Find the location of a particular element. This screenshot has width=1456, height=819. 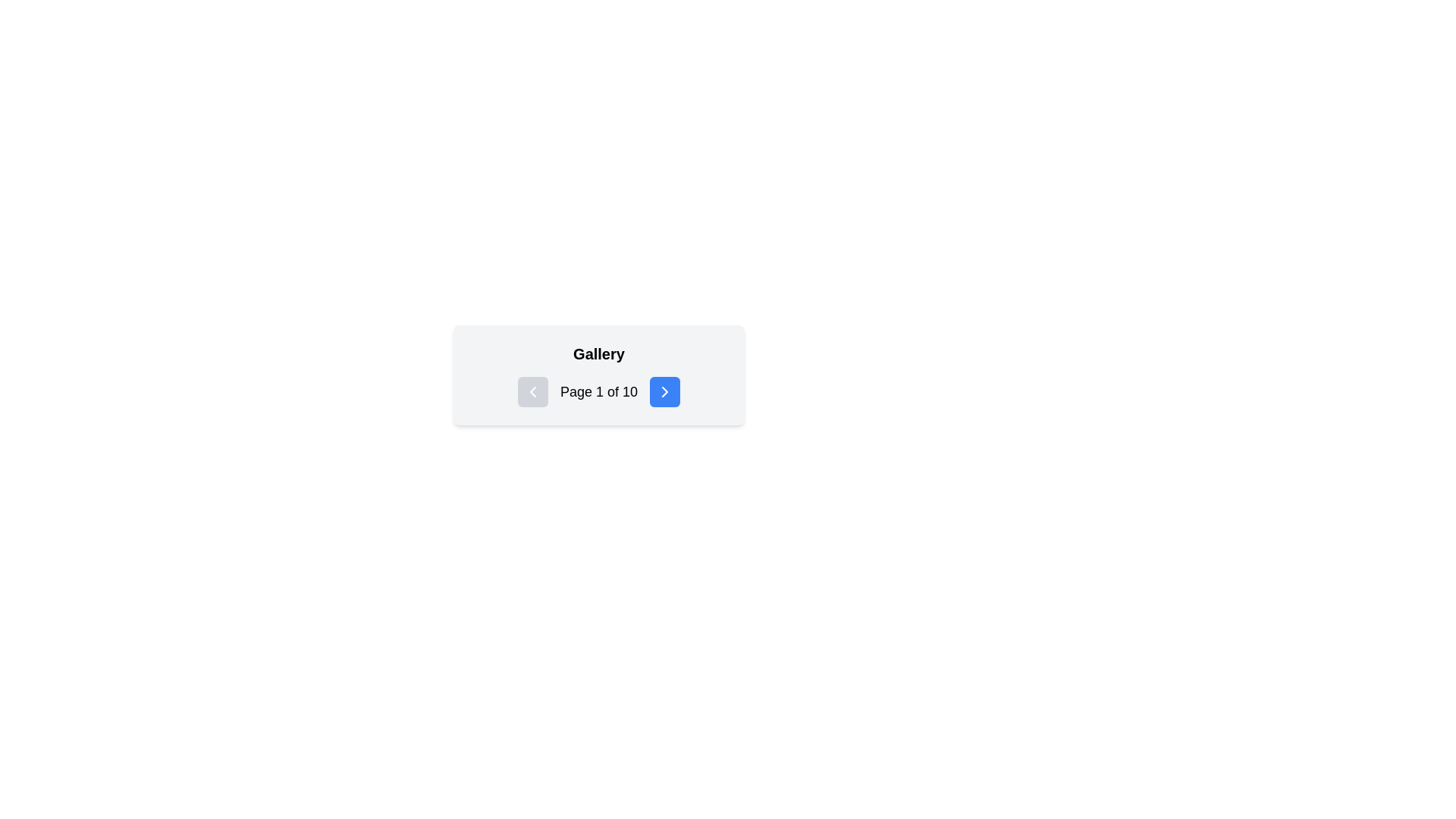

the arrow icon for the right navigation button is located at coordinates (665, 391).